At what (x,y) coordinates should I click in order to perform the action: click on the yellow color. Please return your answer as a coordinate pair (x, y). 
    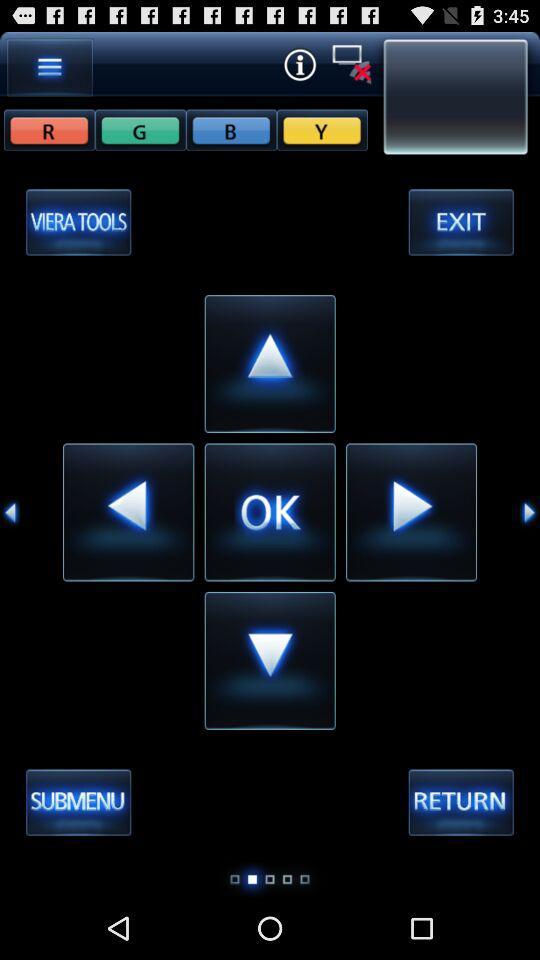
    Looking at the image, I should click on (322, 128).